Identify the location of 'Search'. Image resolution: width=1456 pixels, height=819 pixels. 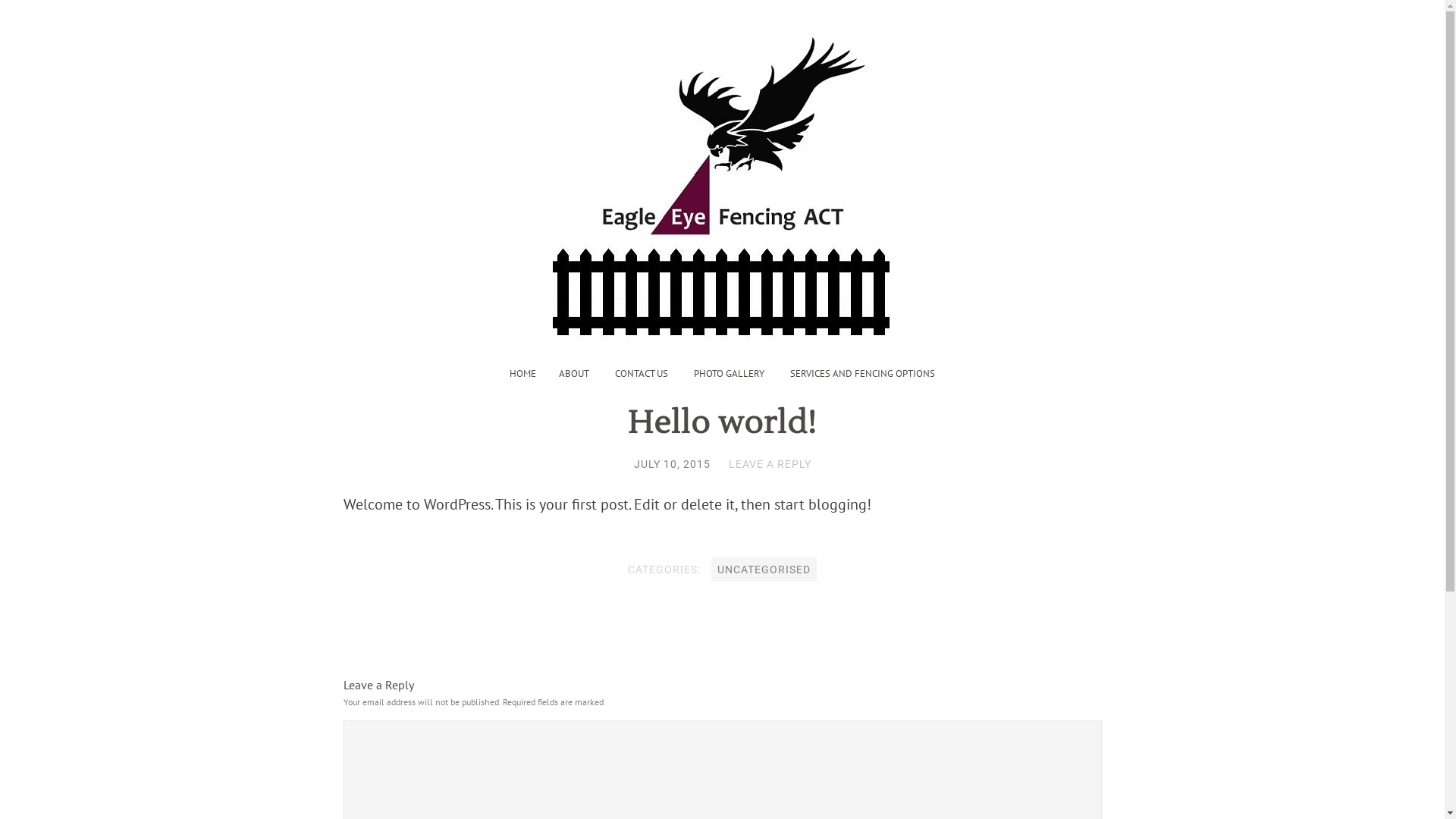
(30, 11).